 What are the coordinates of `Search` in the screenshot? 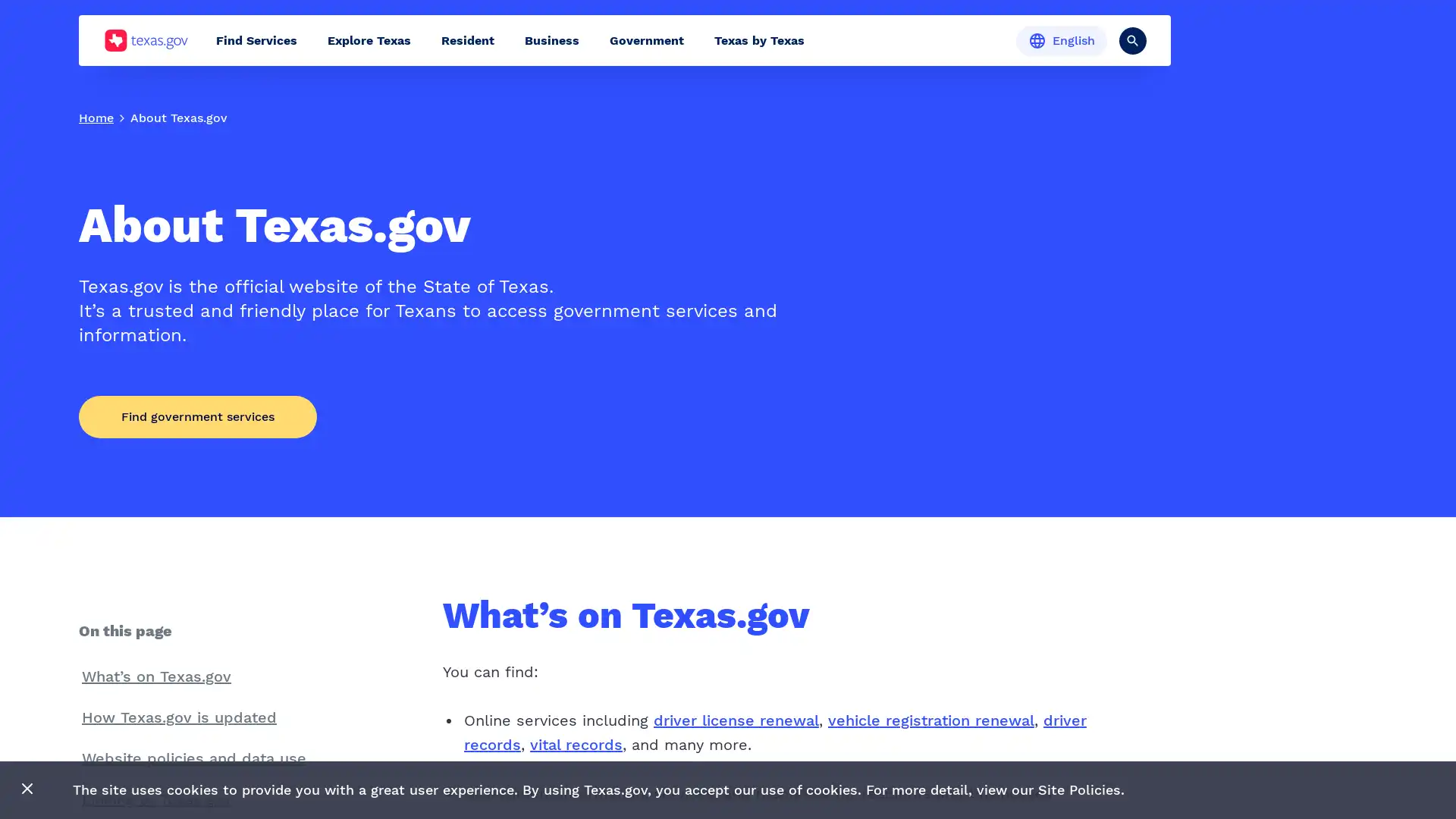 It's located at (1132, 39).